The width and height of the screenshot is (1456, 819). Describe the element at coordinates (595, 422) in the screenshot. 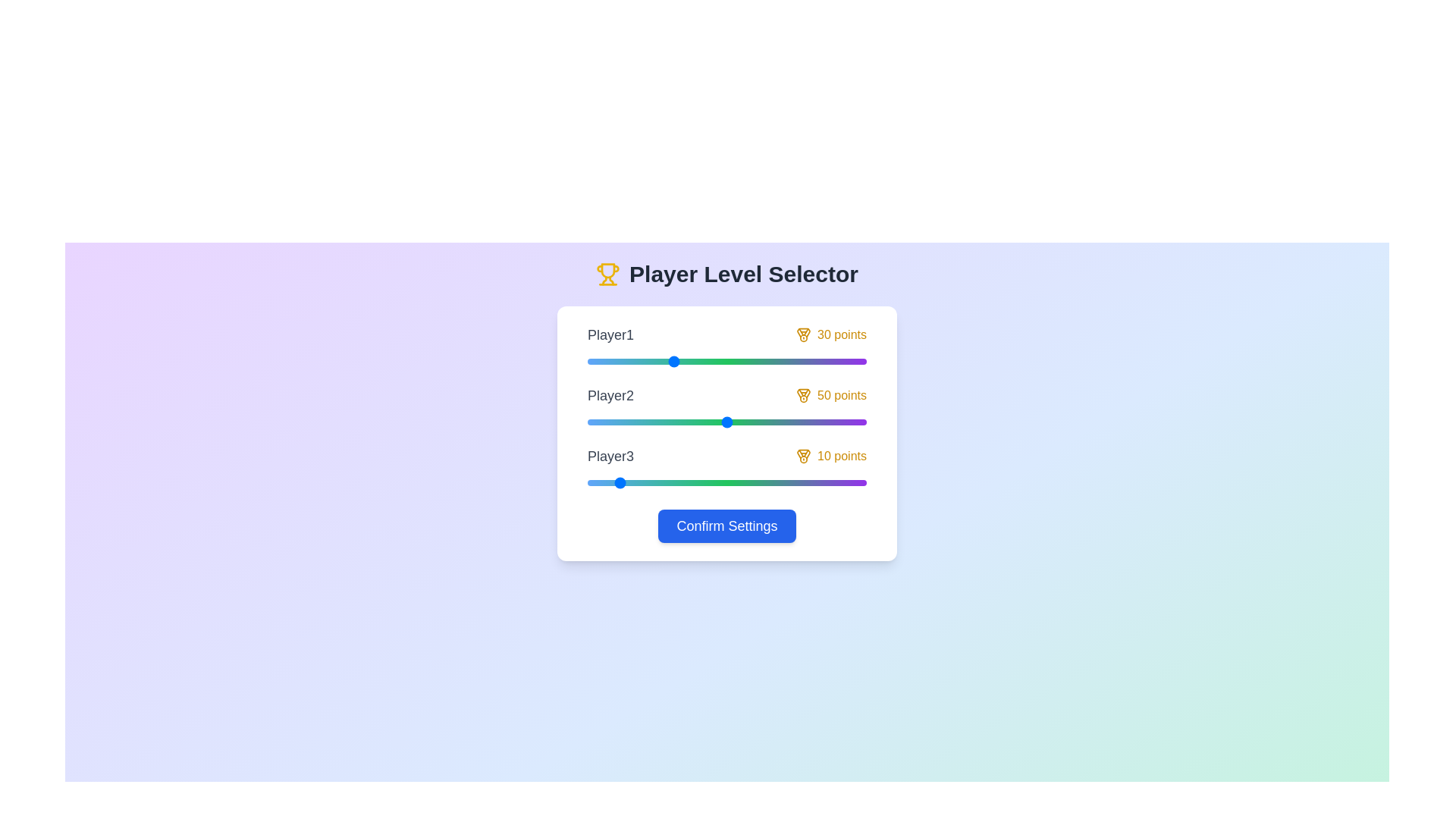

I see `the Player2 slider to set their level to 3` at that location.